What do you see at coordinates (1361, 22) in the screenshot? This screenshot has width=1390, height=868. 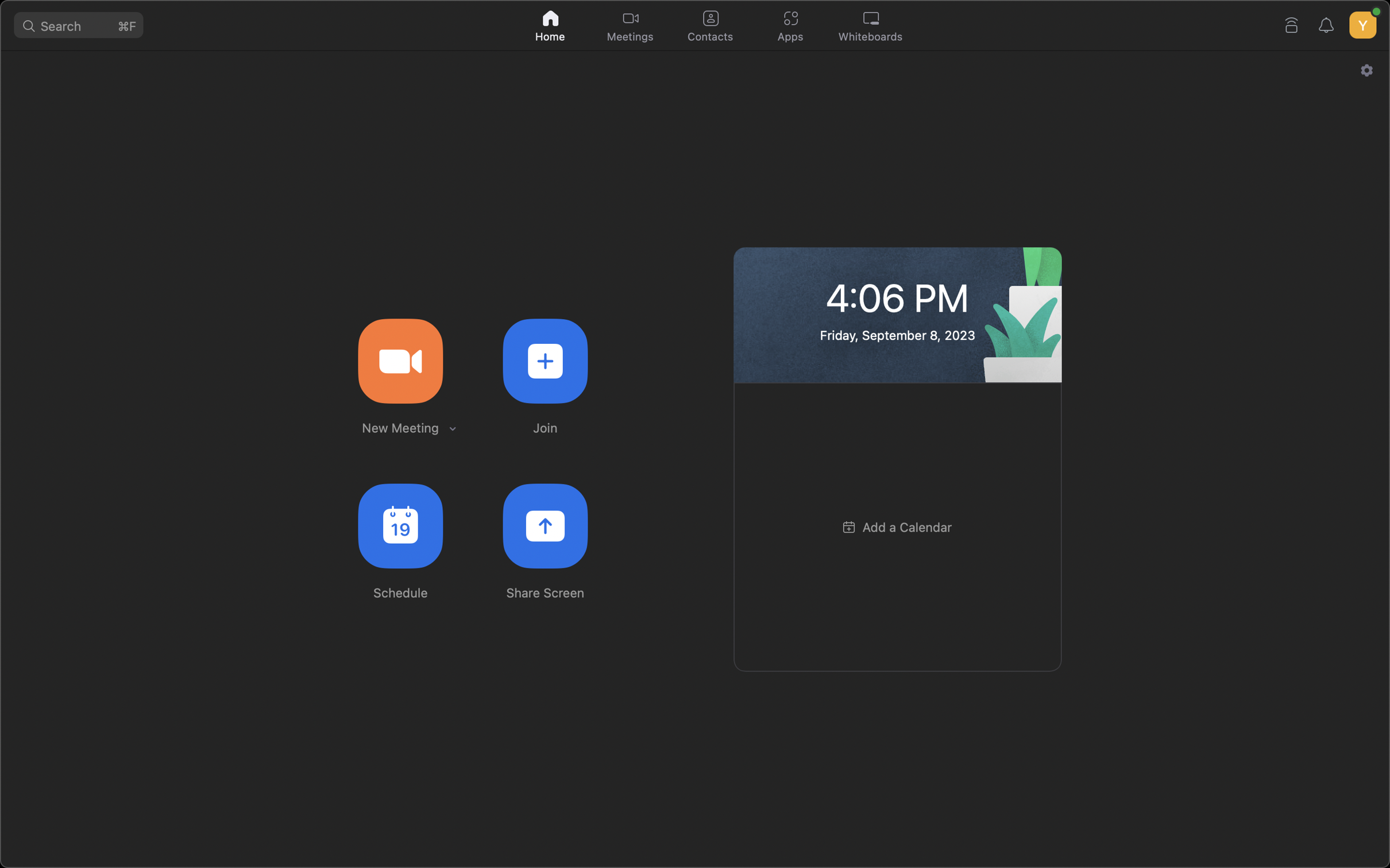 I see `your profile settings by clicking the account symbol` at bounding box center [1361, 22].